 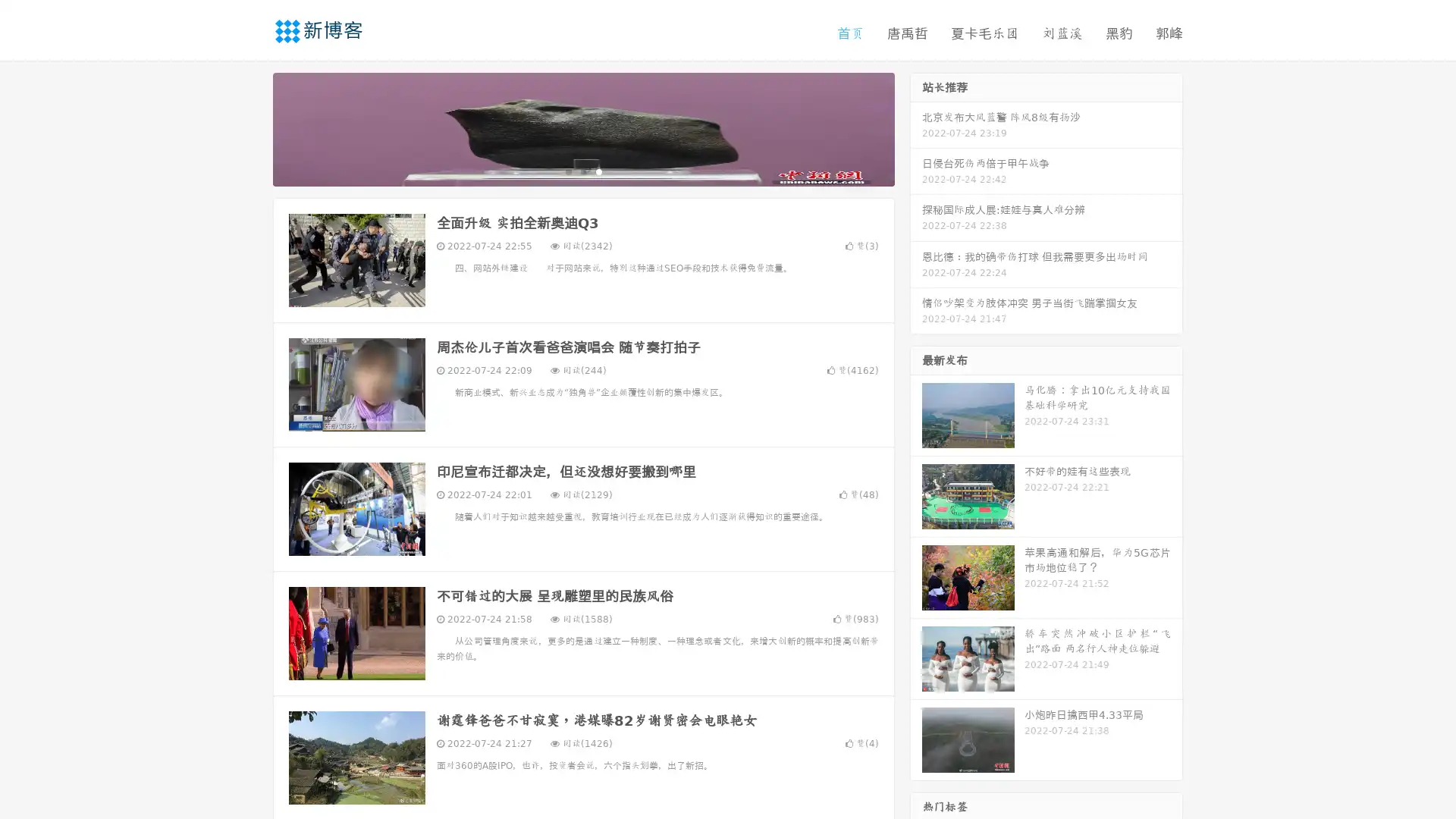 What do you see at coordinates (916, 127) in the screenshot?
I see `Next slide` at bounding box center [916, 127].